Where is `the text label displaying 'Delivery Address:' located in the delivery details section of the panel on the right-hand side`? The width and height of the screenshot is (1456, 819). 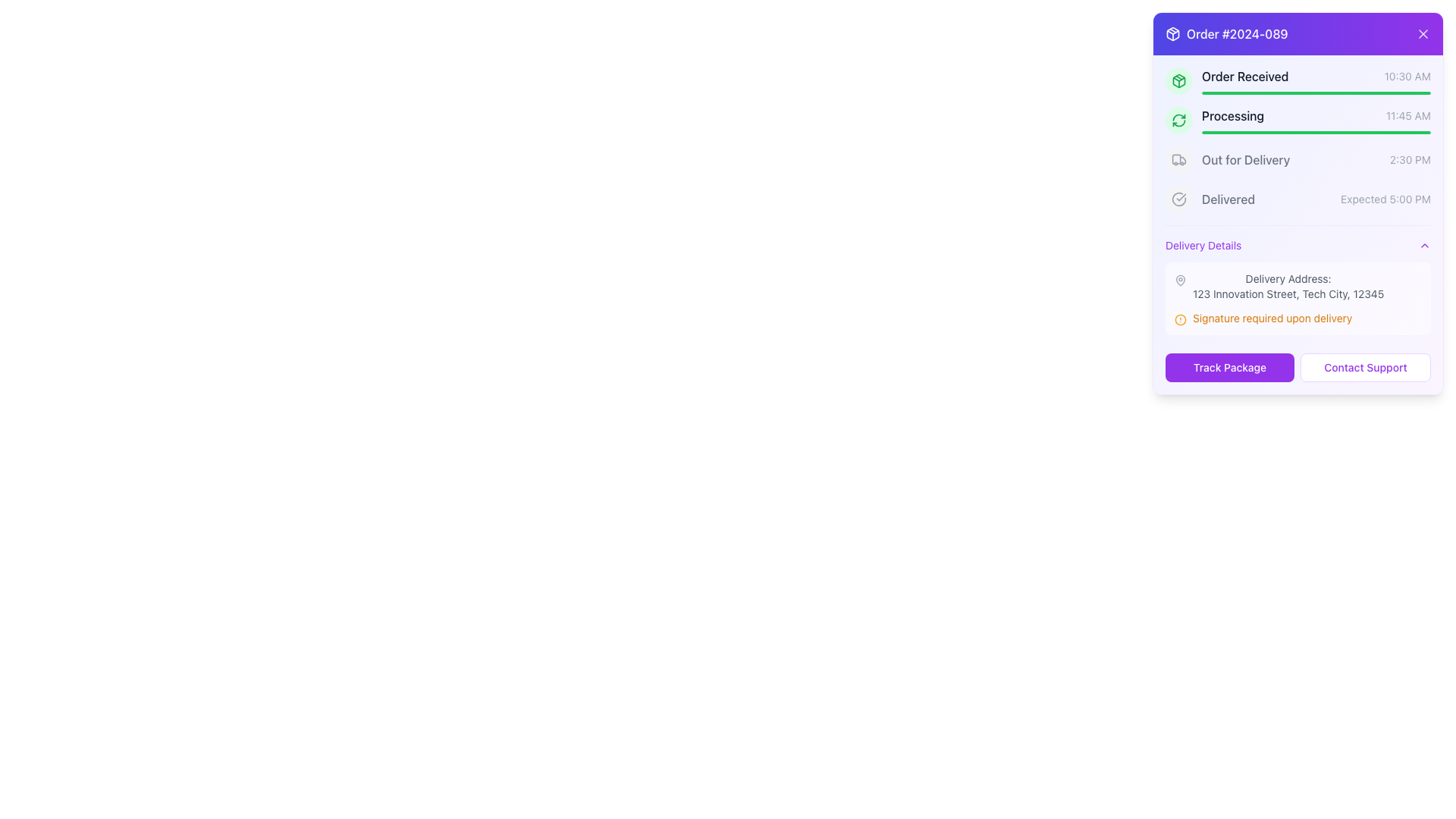
the text label displaying 'Delivery Address:' located in the delivery details section of the panel on the right-hand side is located at coordinates (1288, 278).